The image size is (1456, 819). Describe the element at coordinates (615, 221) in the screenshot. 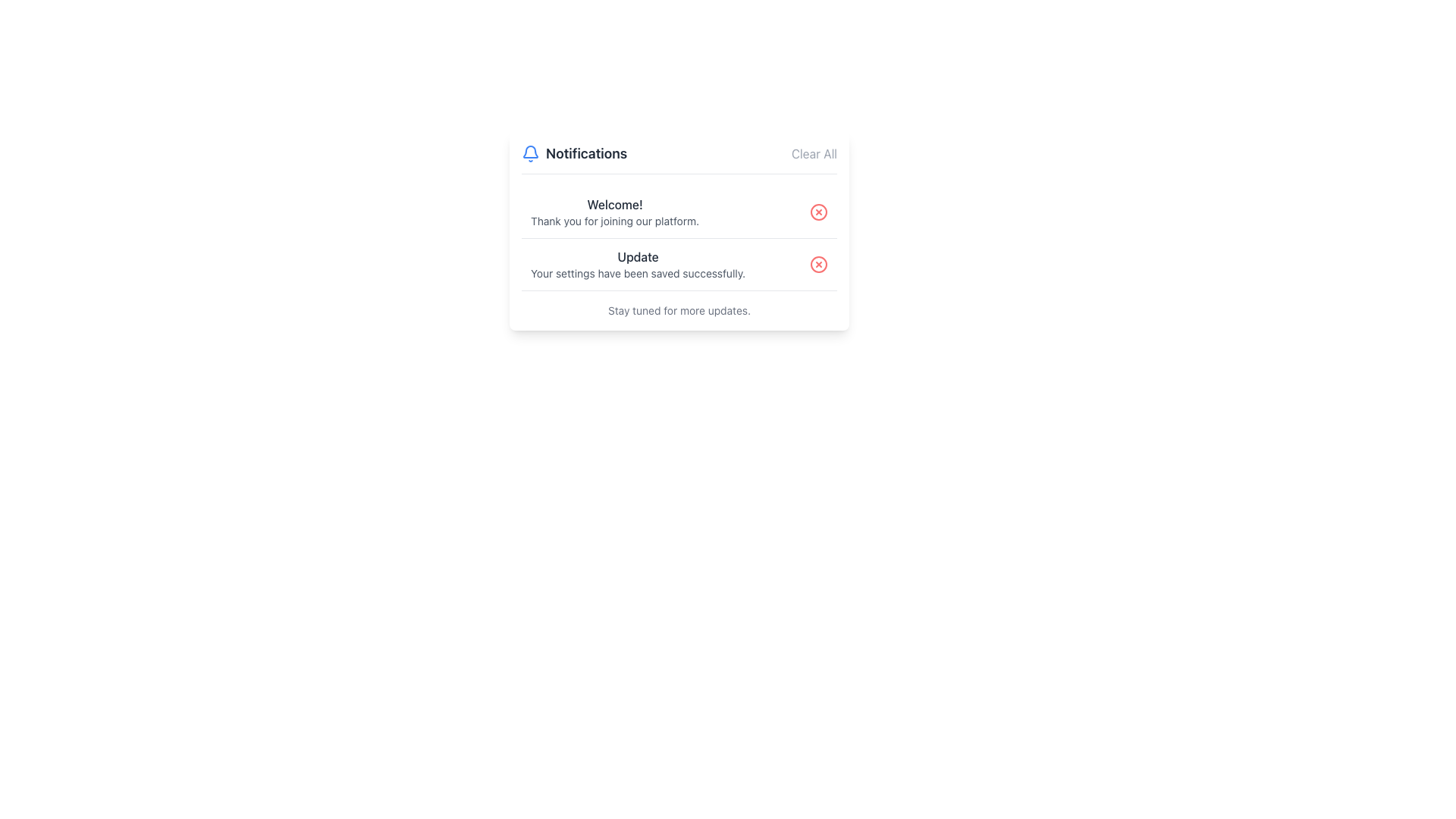

I see `the text element reading 'Thank you for joining our platform.' which is located directly below the title 'Welcome!' in the notification panel` at that location.